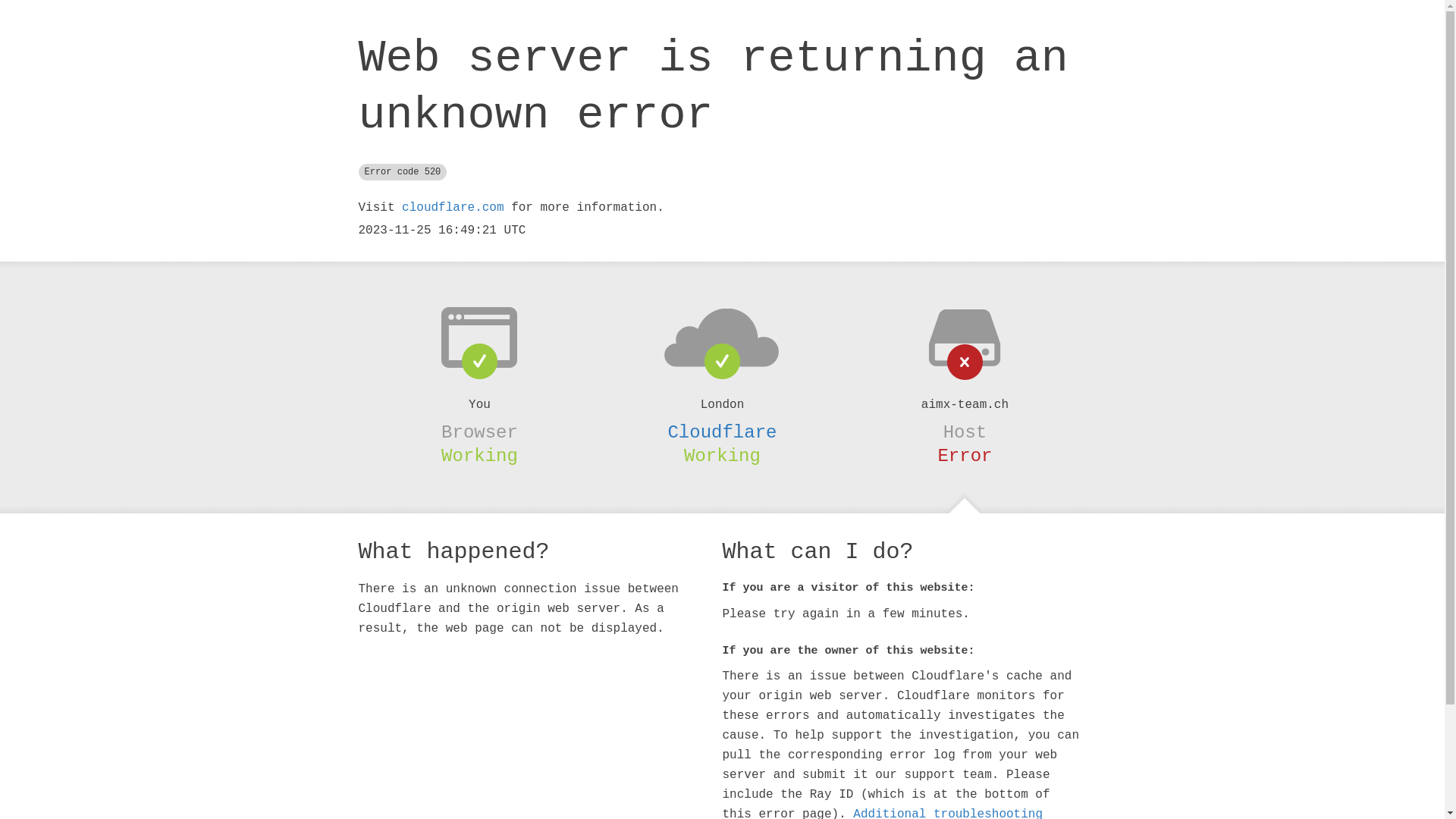  What do you see at coordinates (667, 432) in the screenshot?
I see `'Cloudflare'` at bounding box center [667, 432].